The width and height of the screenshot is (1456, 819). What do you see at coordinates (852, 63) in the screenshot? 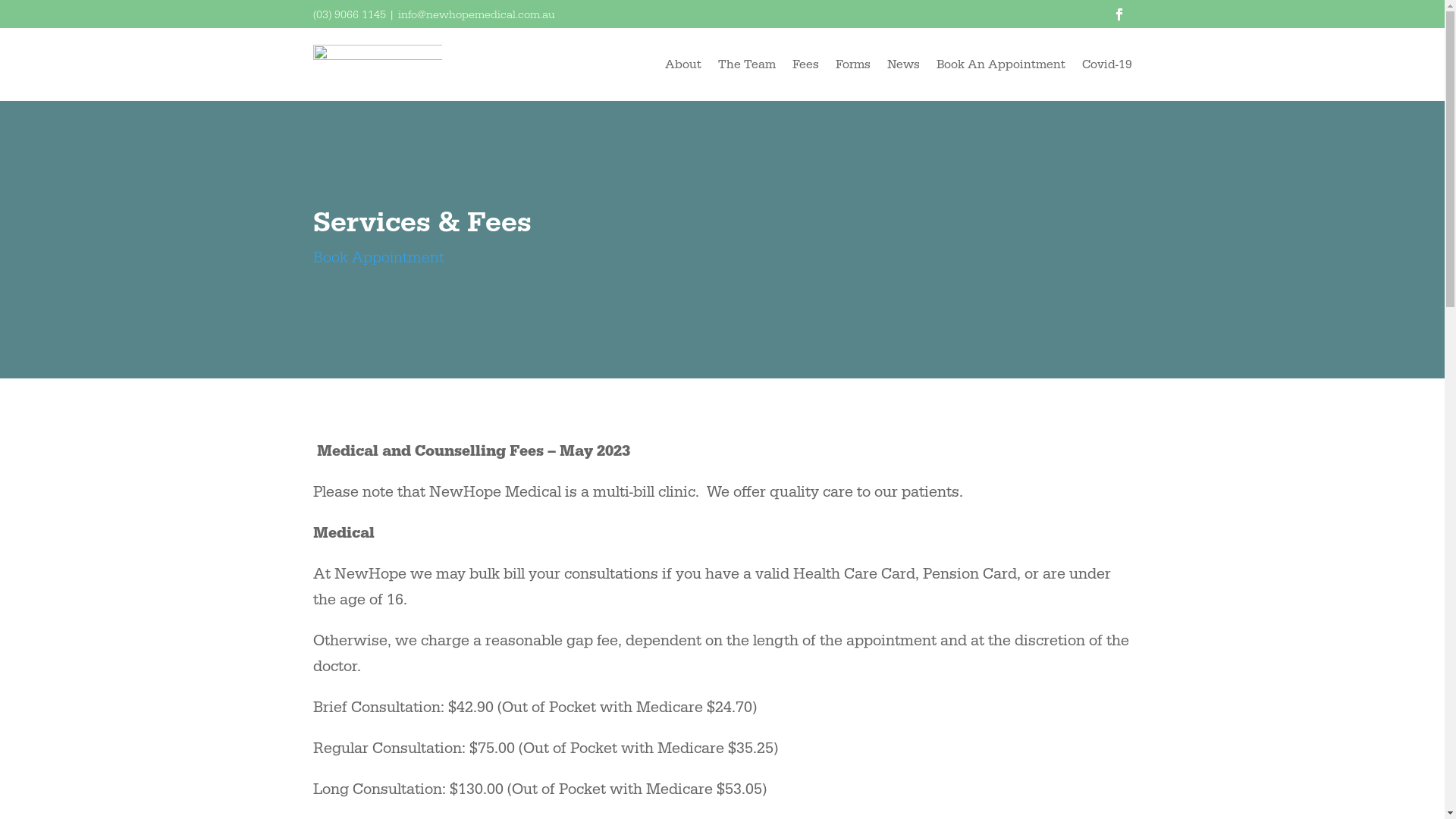
I see `'Forms'` at bounding box center [852, 63].